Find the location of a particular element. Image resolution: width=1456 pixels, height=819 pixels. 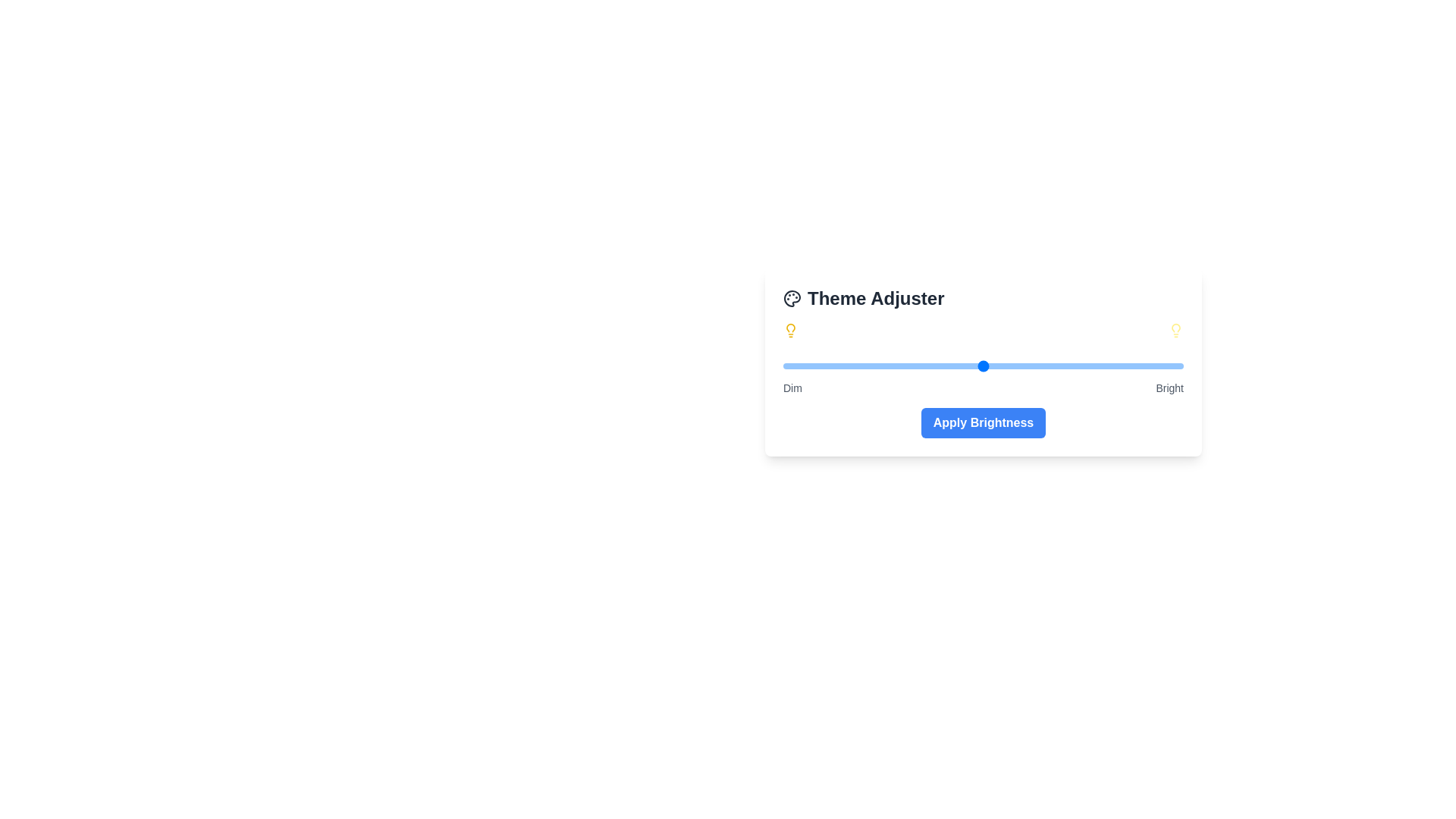

the brightness slider to a specific value 43 is located at coordinates (955, 366).